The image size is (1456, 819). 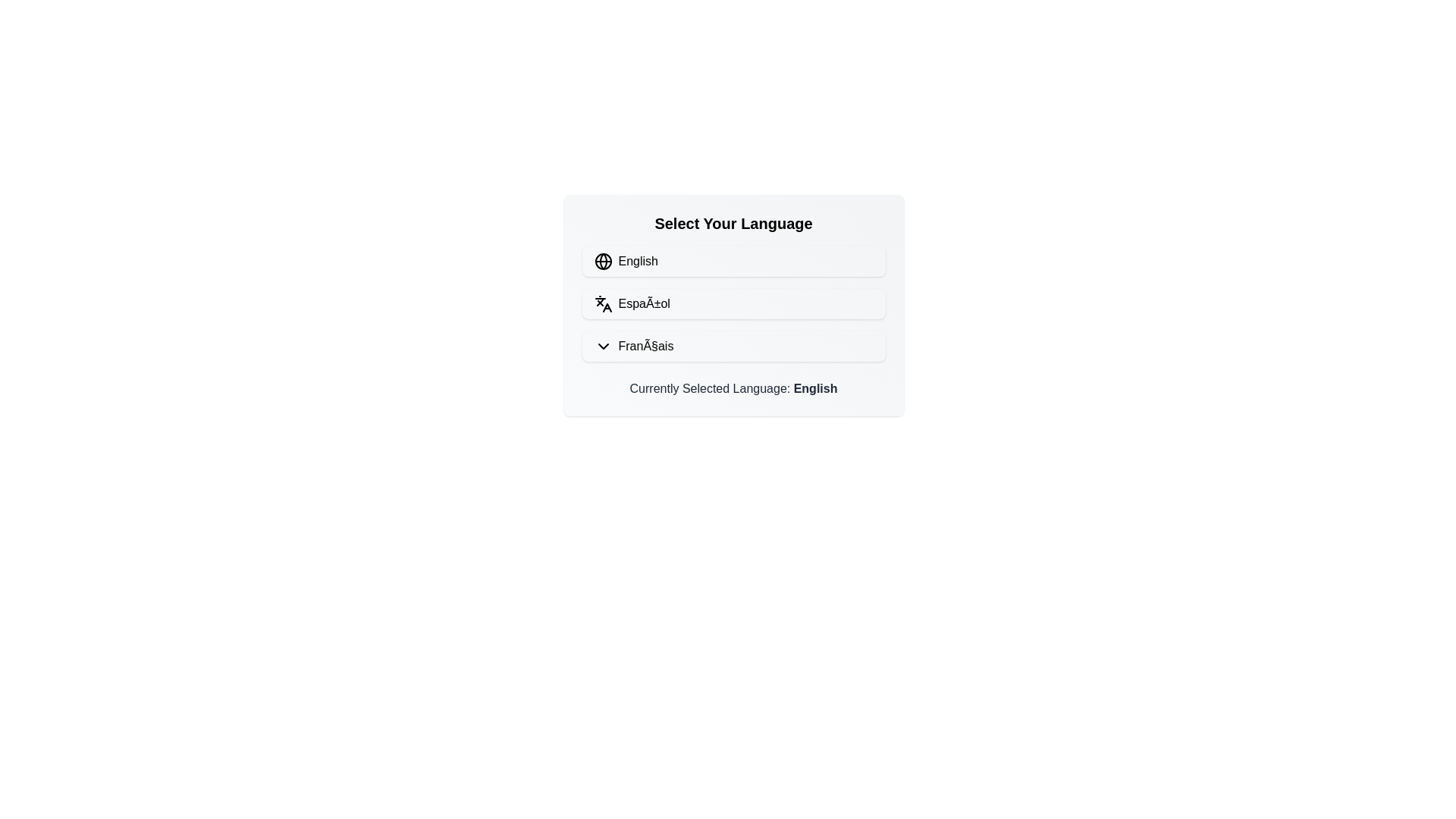 I want to click on the 'Español' button, so click(x=733, y=304).